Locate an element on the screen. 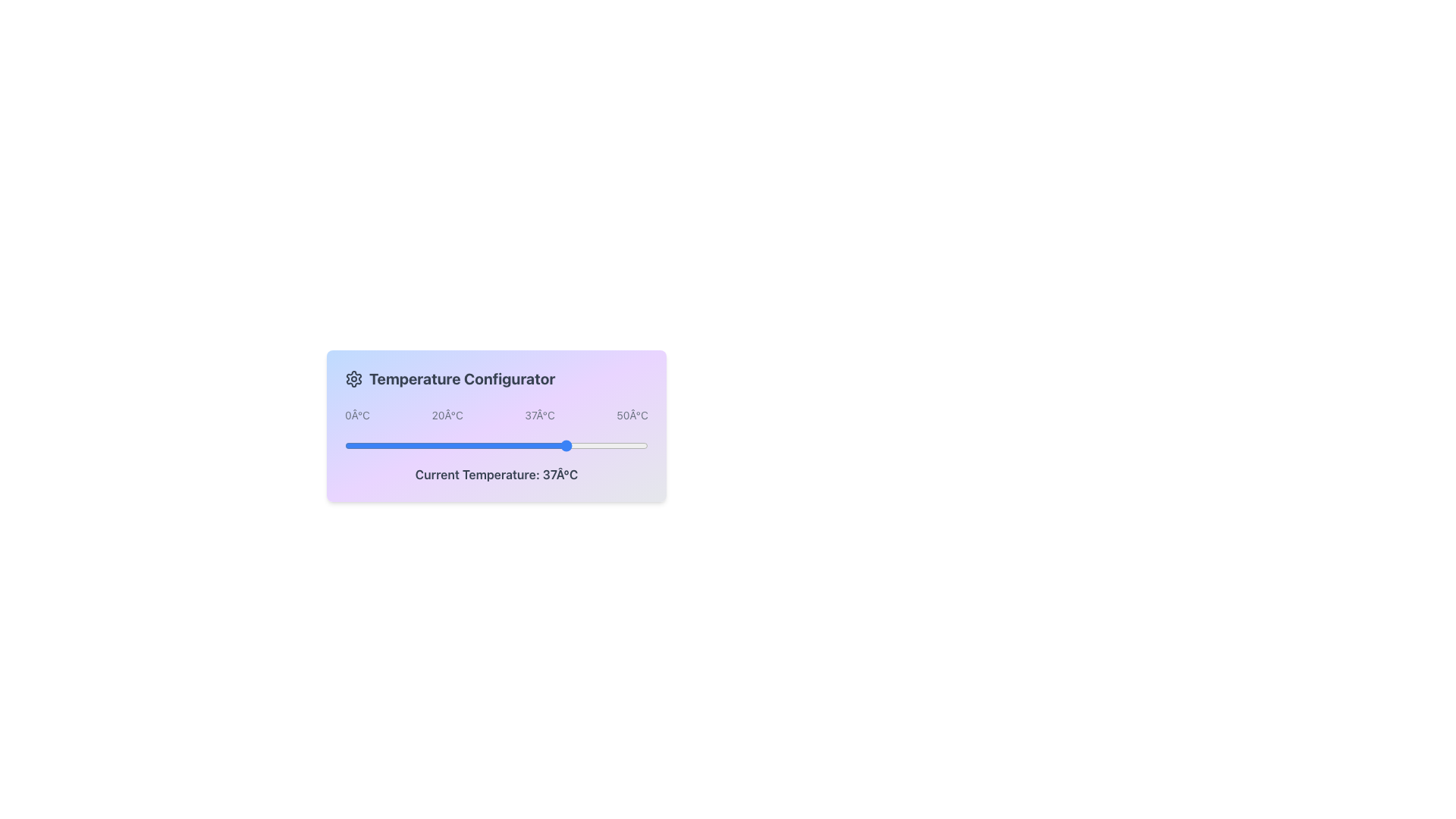  the temperature is located at coordinates (381, 444).